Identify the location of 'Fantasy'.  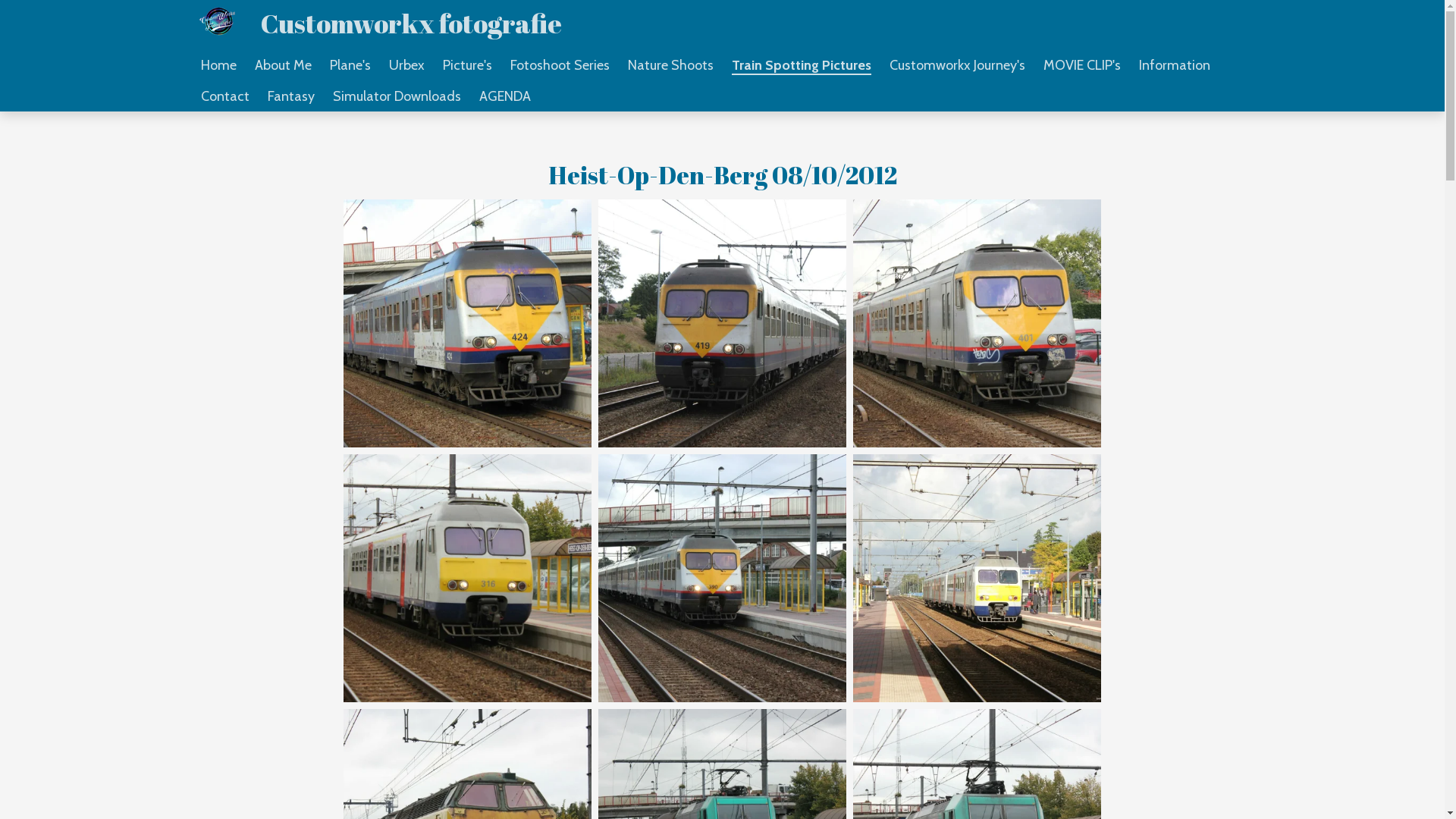
(290, 96).